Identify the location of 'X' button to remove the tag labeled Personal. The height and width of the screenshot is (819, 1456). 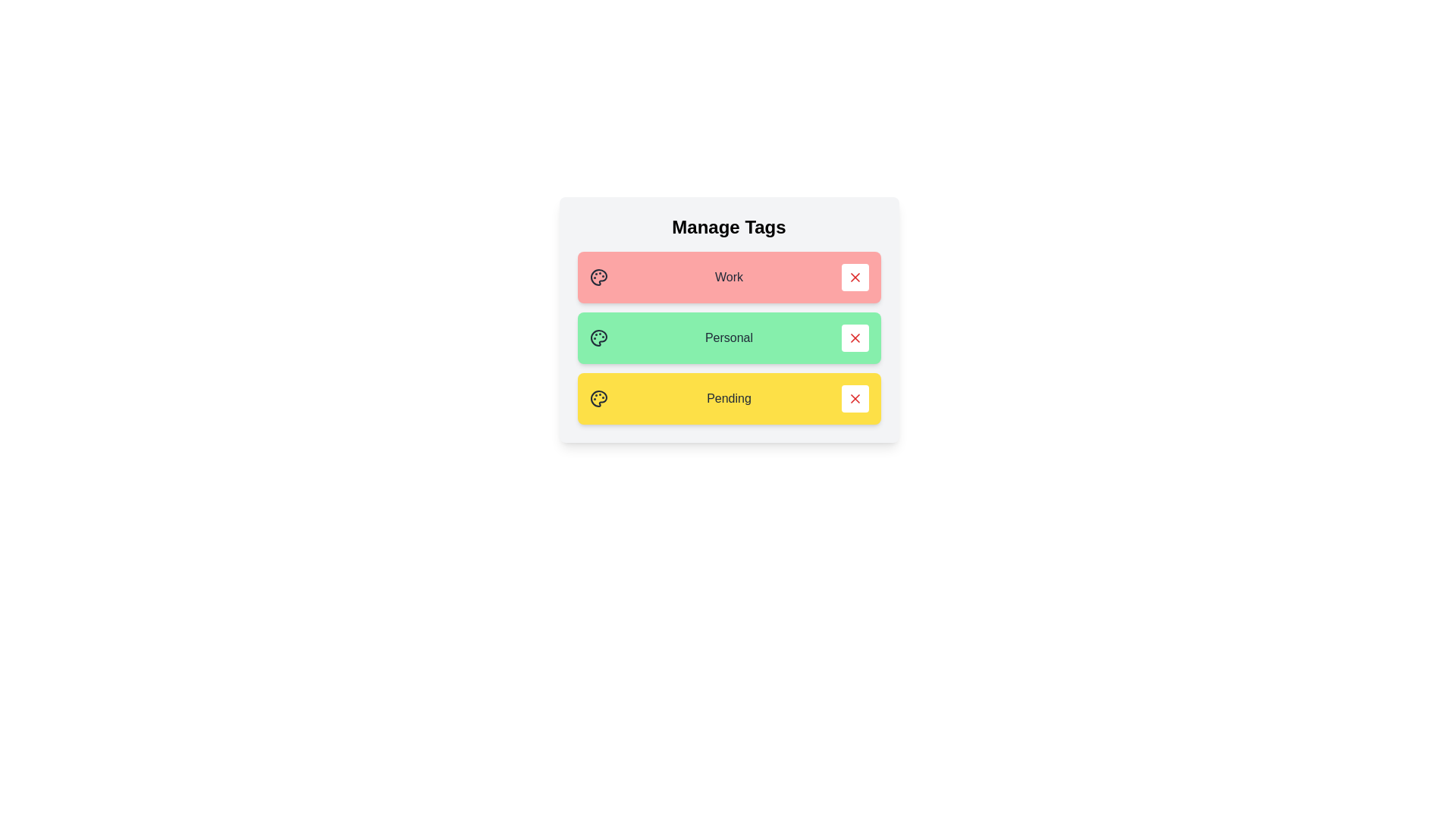
(855, 337).